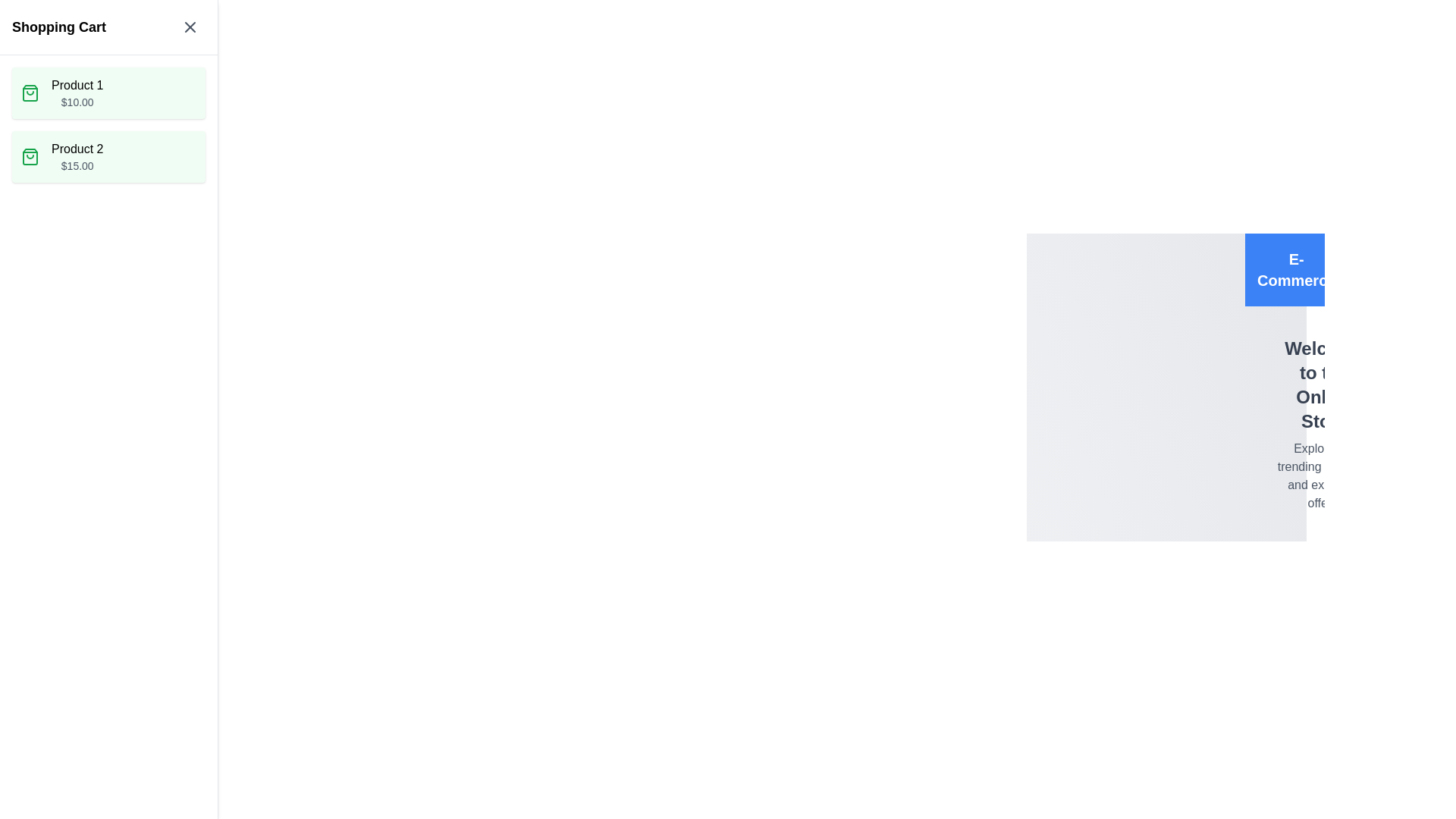  I want to click on the Text Label displaying 'Product 2' above the price '$15.00' in the shopping cart interface, positioned below 'Product 1 - $10.00', so click(77, 157).